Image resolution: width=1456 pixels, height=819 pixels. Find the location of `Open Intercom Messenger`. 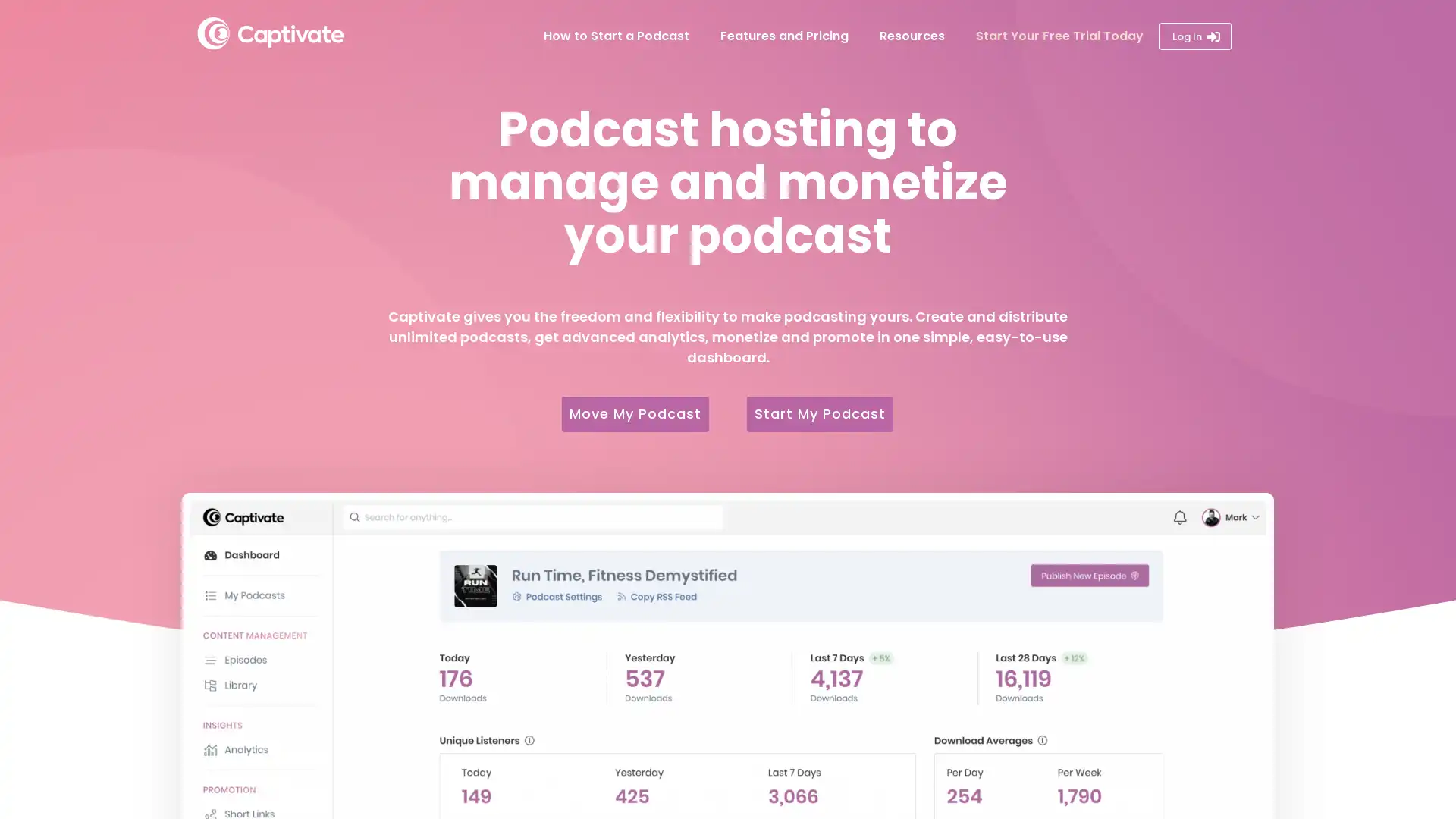

Open Intercom Messenger is located at coordinates (1410, 773).